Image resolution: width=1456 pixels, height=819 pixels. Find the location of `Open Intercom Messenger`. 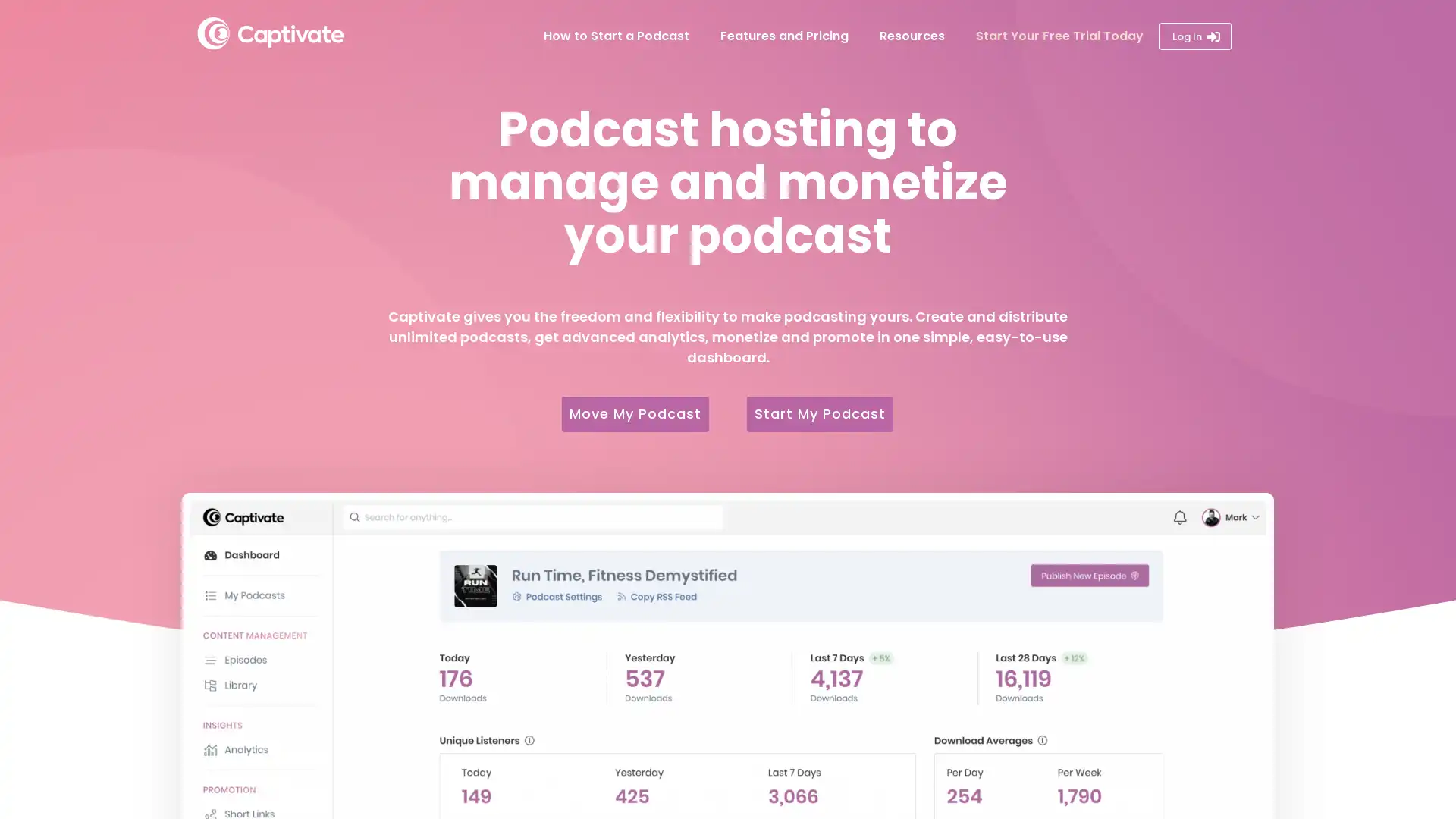

Open Intercom Messenger is located at coordinates (1410, 773).